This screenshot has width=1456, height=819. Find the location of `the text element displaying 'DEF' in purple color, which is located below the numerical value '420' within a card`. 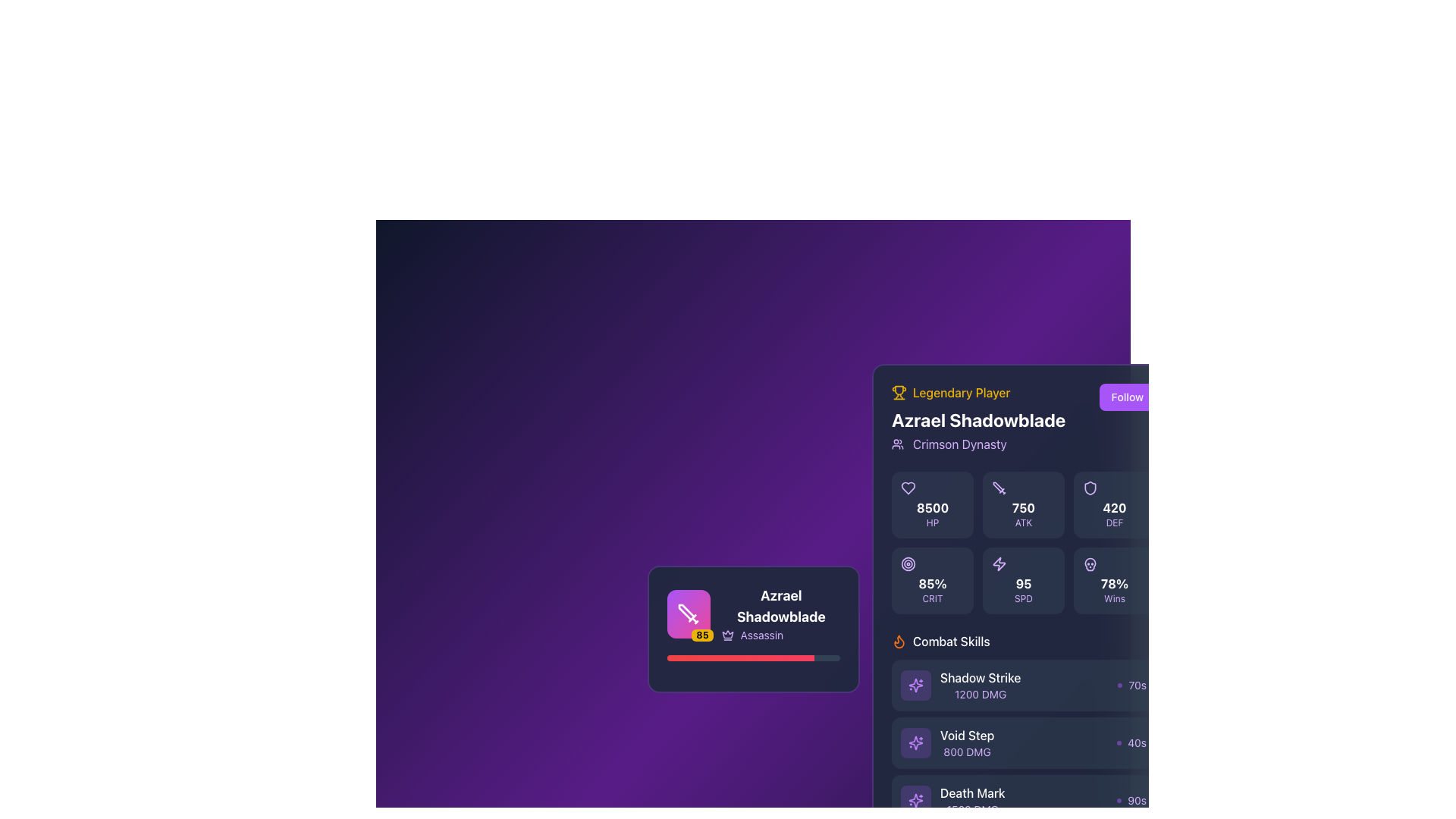

the text element displaying 'DEF' in purple color, which is located below the numerical value '420' within a card is located at coordinates (1114, 522).